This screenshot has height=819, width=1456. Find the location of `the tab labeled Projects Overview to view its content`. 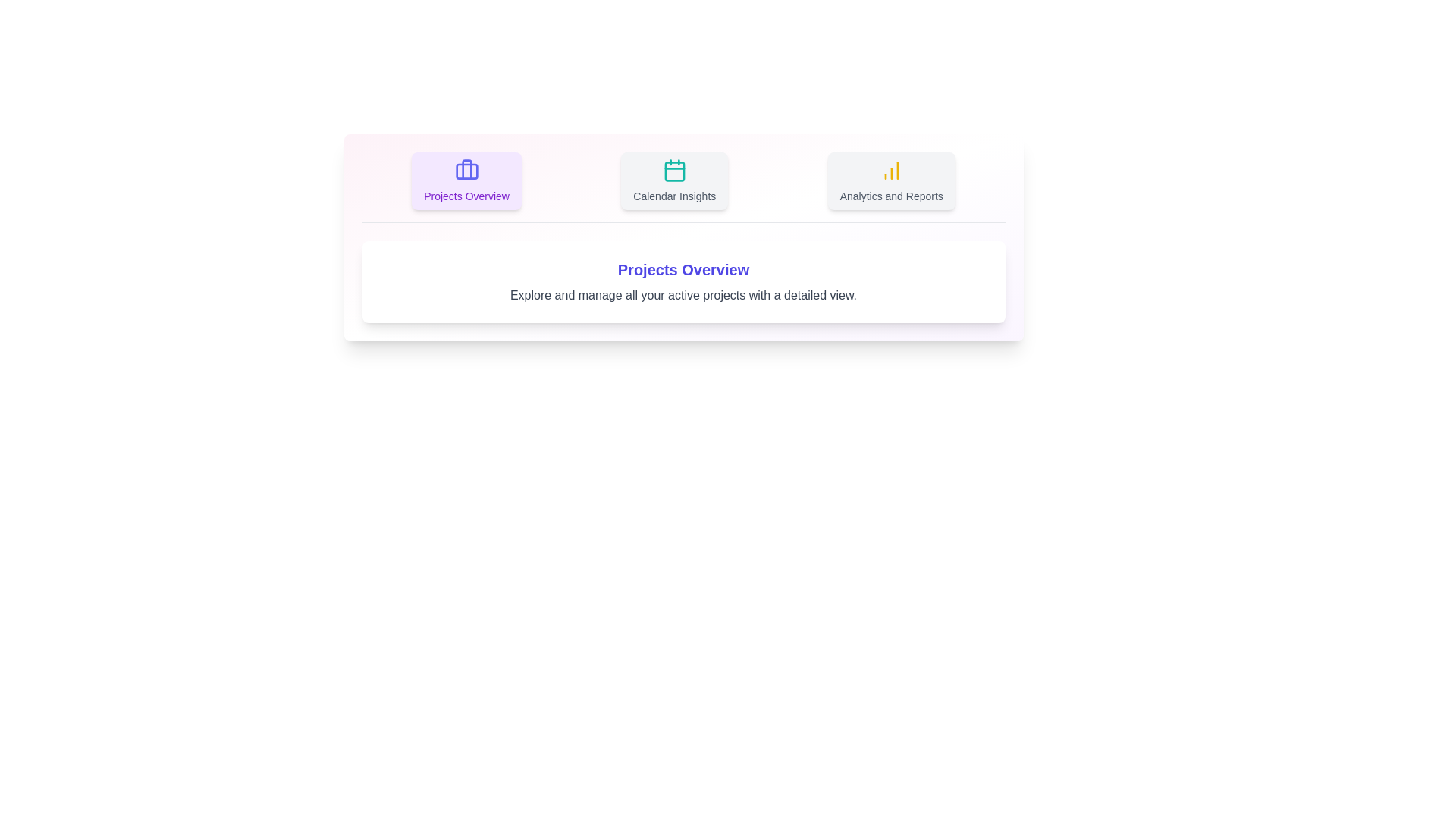

the tab labeled Projects Overview to view its content is located at coordinates (466, 180).